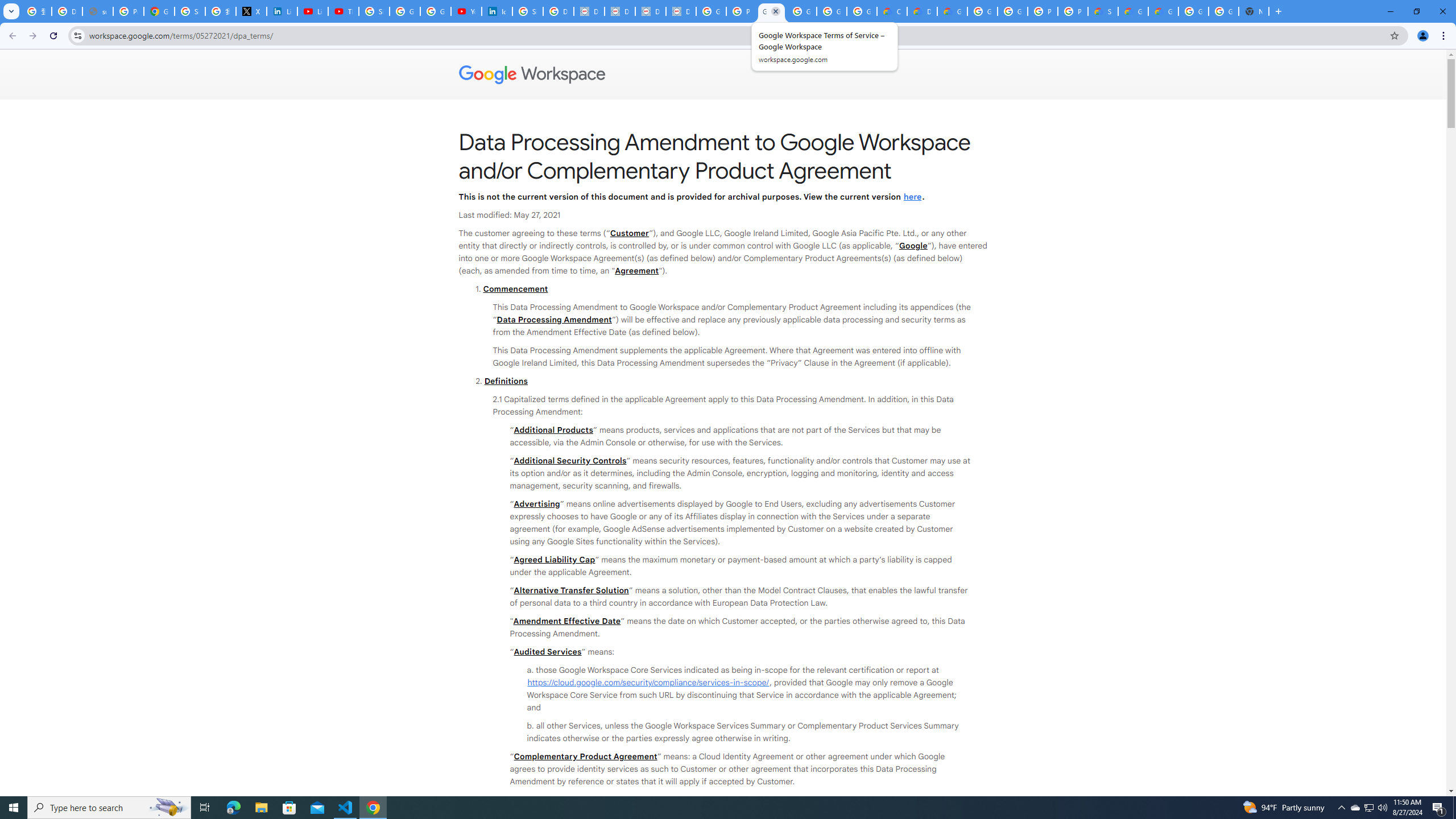  What do you see at coordinates (983, 11) in the screenshot?
I see `'Google Cloud Platform'` at bounding box center [983, 11].